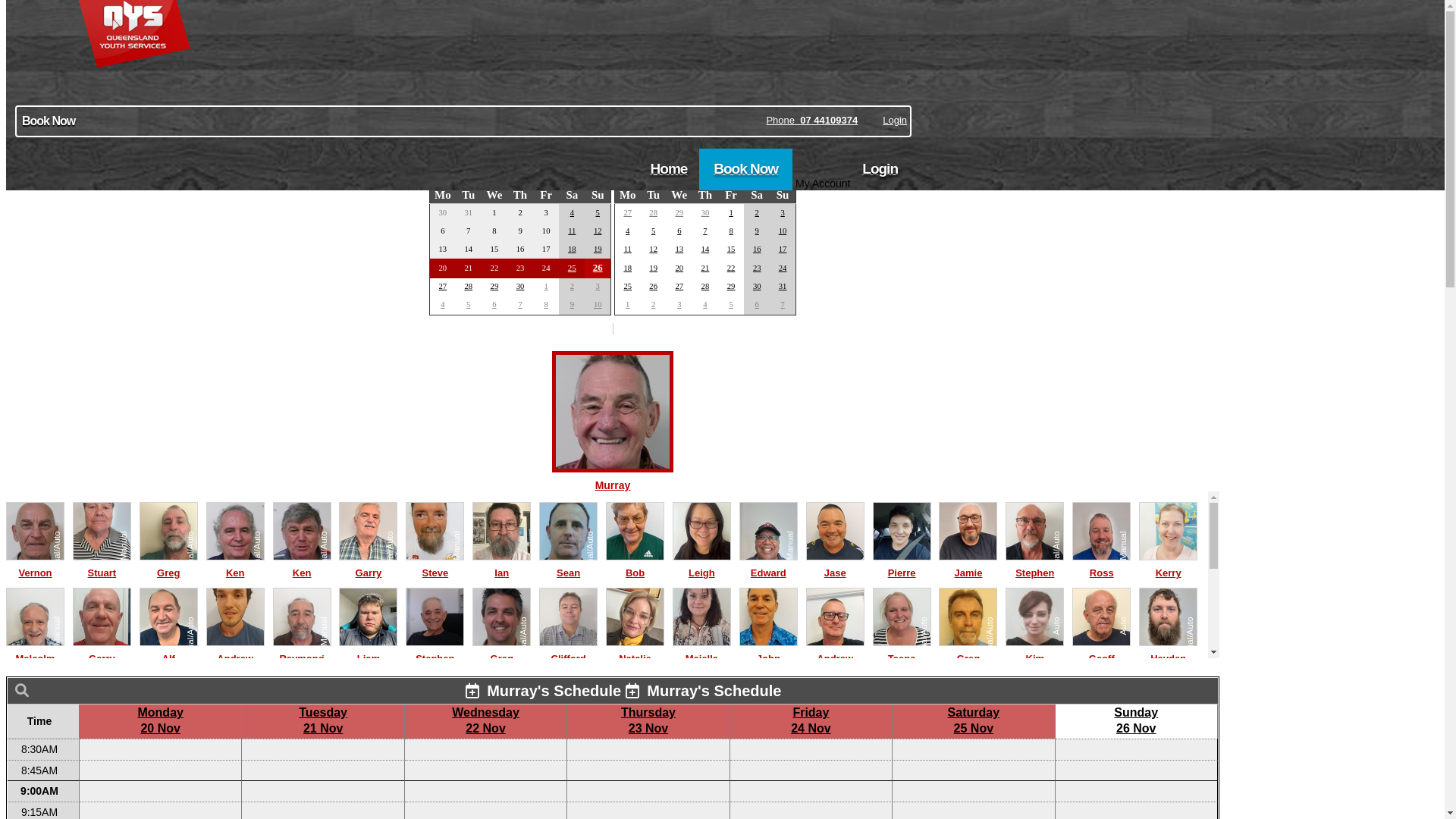 The height and width of the screenshot is (819, 1456). What do you see at coordinates (698, 169) in the screenshot?
I see `'Book Now'` at bounding box center [698, 169].